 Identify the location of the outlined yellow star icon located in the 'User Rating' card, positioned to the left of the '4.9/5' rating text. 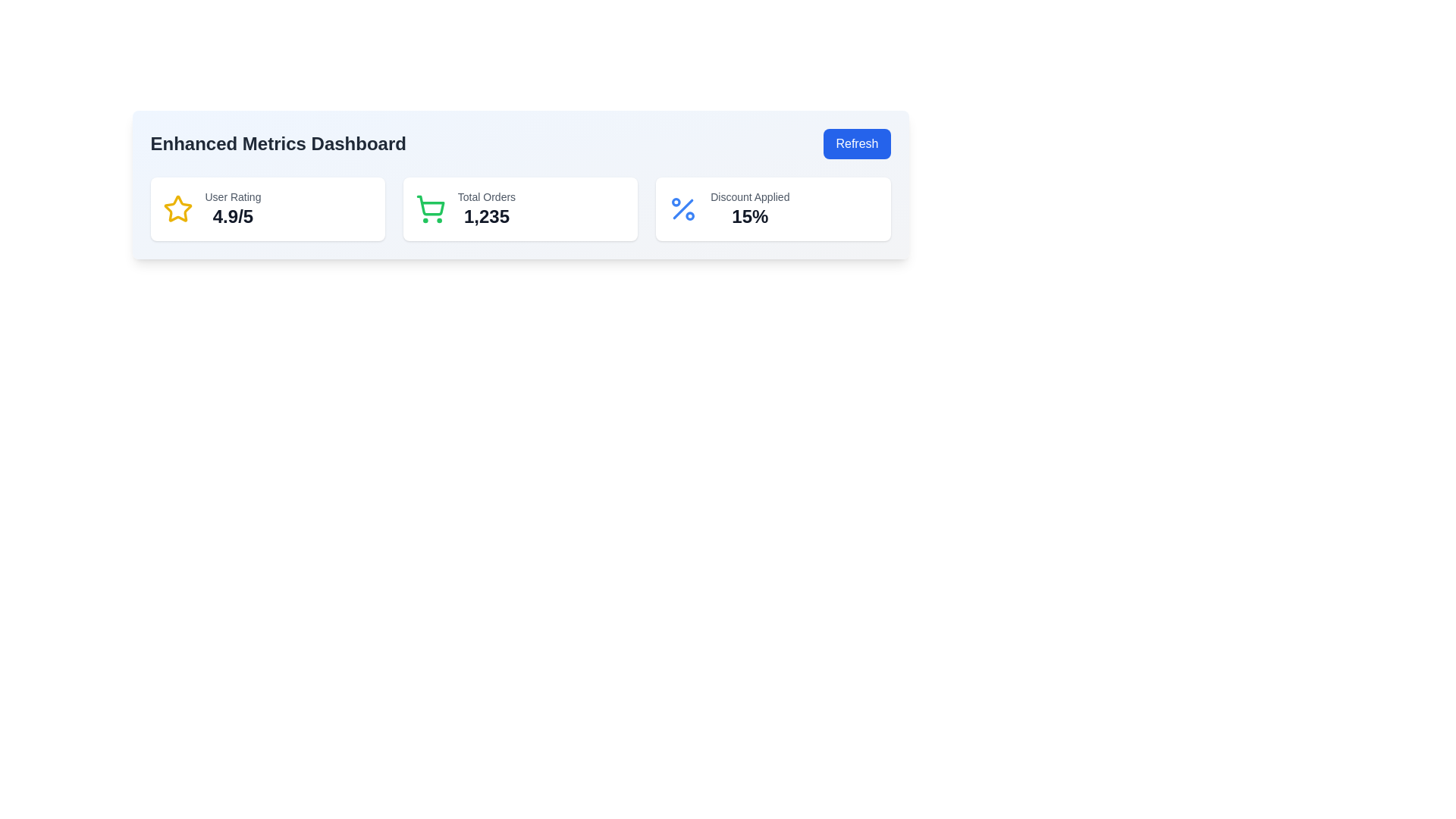
(177, 209).